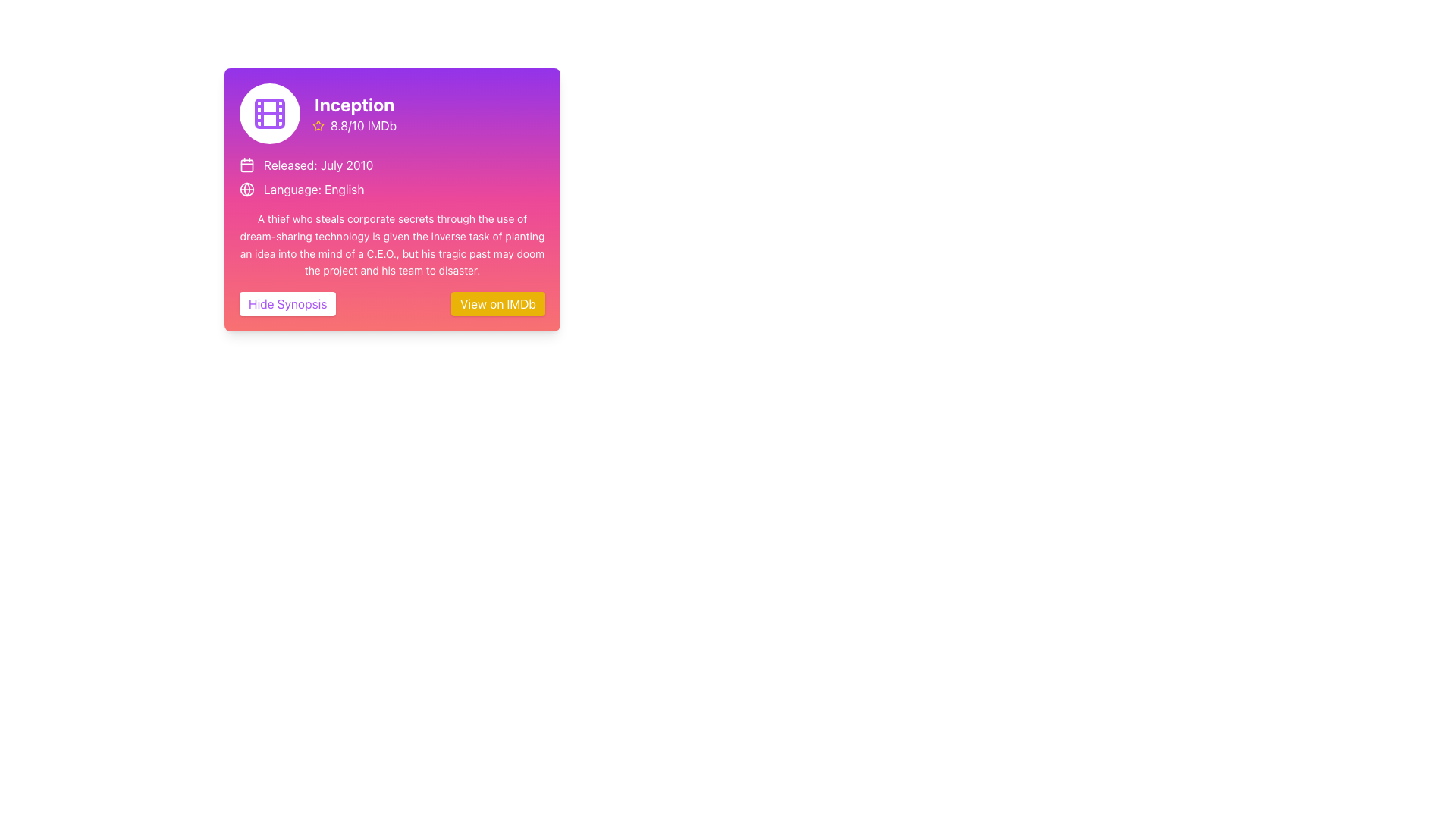  Describe the element at coordinates (392, 113) in the screenshot. I see `the rating text '8.8/10 IMDb' in the Title Header Section with a purple gradient background that includes the title 'Inception'` at that location.